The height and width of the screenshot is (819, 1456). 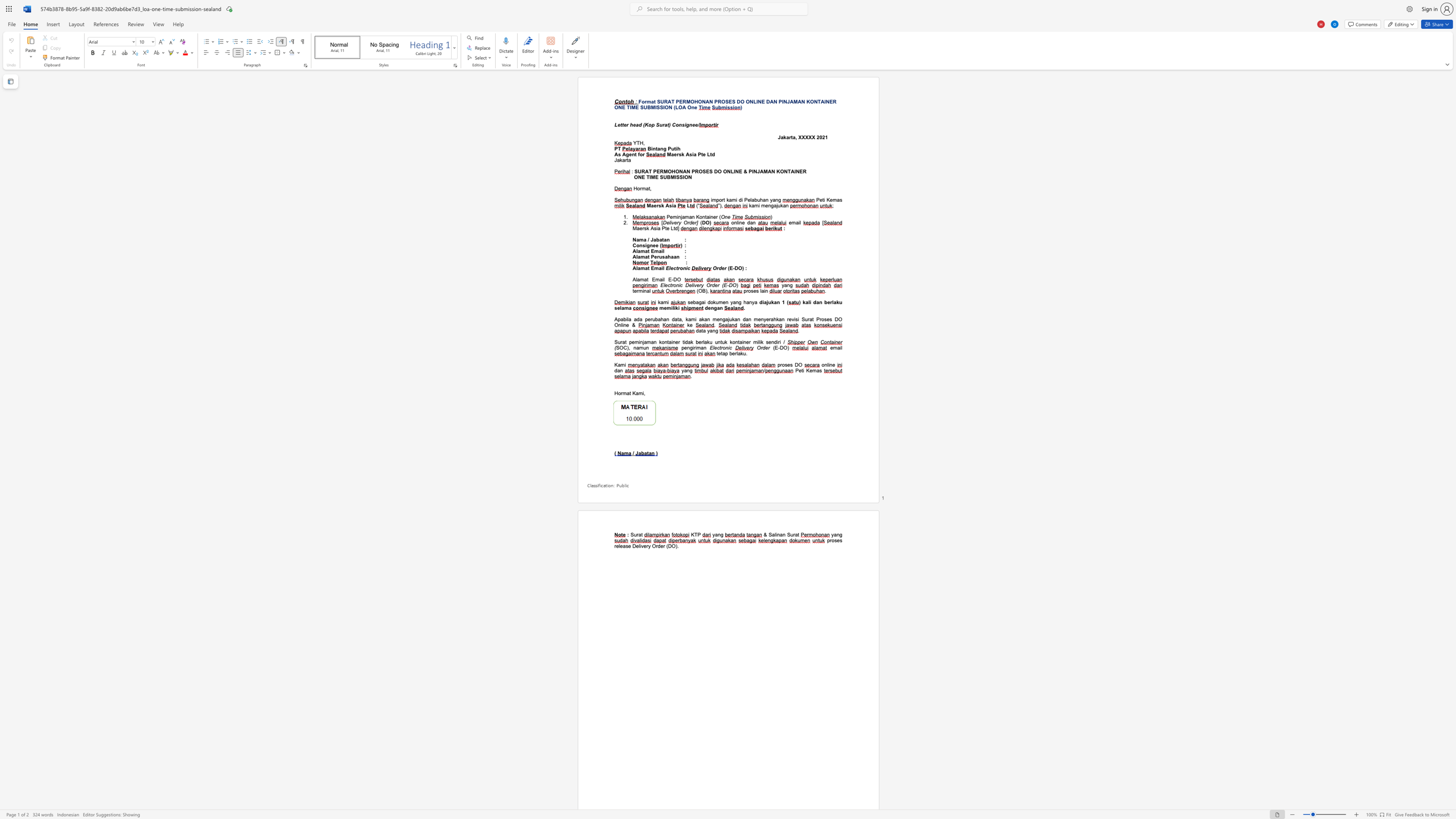 I want to click on the space between the continuous character "o" and "s" in the text, so click(x=784, y=364).